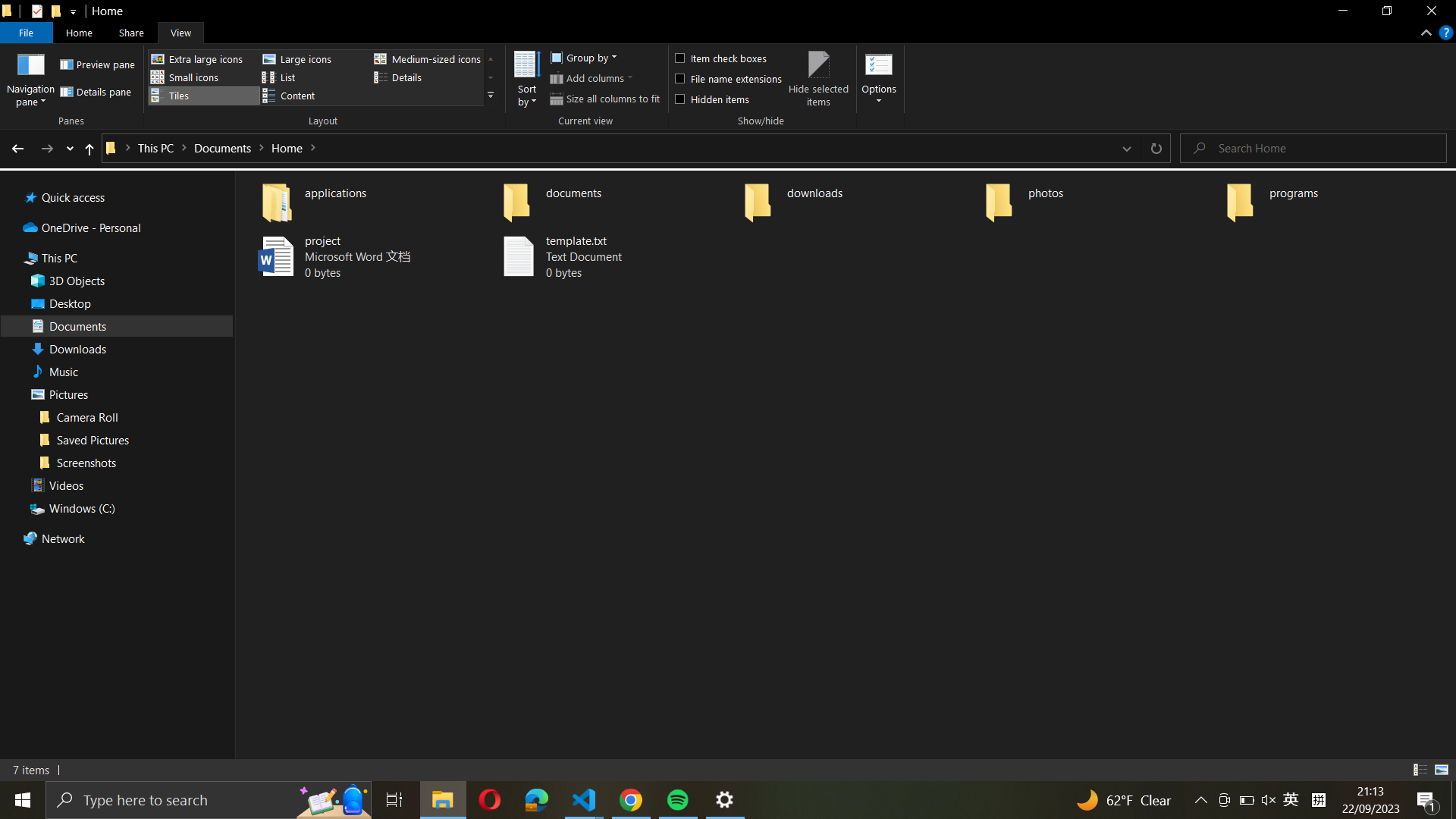 The width and height of the screenshot is (1456, 819). I want to click on Rename the file "project.docx" to "final_project.docx, so click(361, 256).